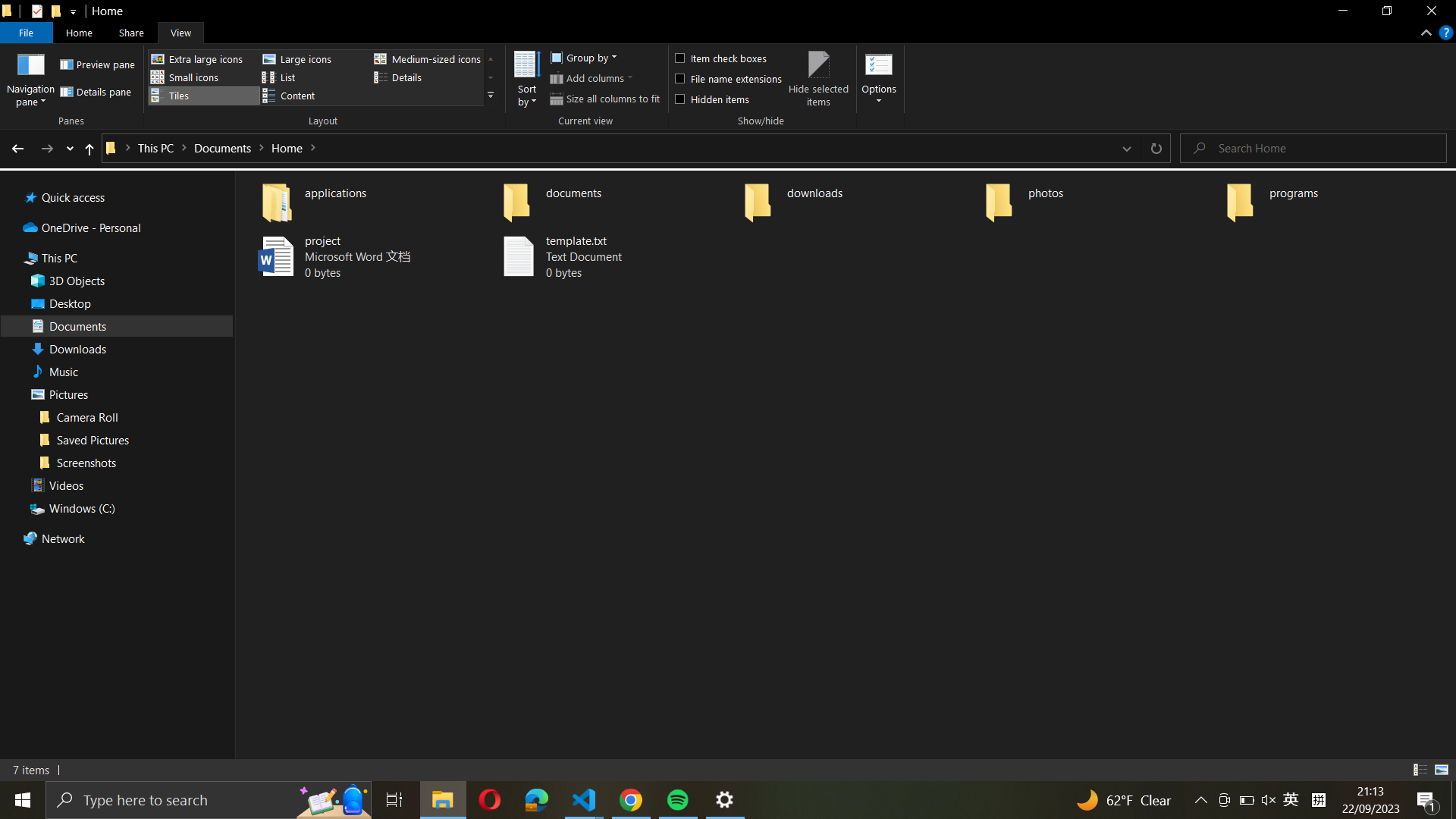 The width and height of the screenshot is (1456, 819). I want to click on Rename the file "project.docx" to "final_project.docx, so click(361, 256).